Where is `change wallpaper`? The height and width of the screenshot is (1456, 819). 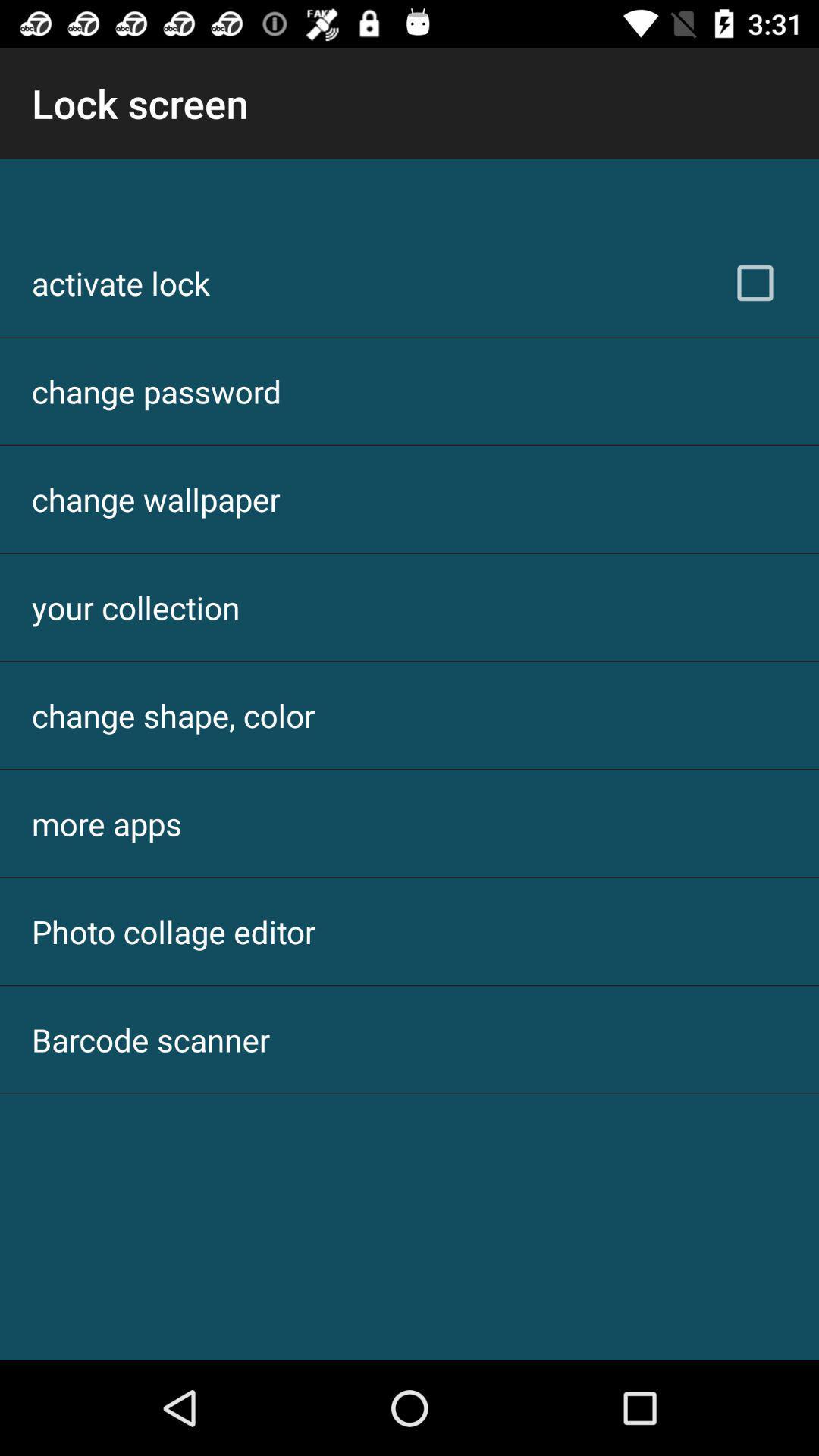
change wallpaper is located at coordinates (155, 499).